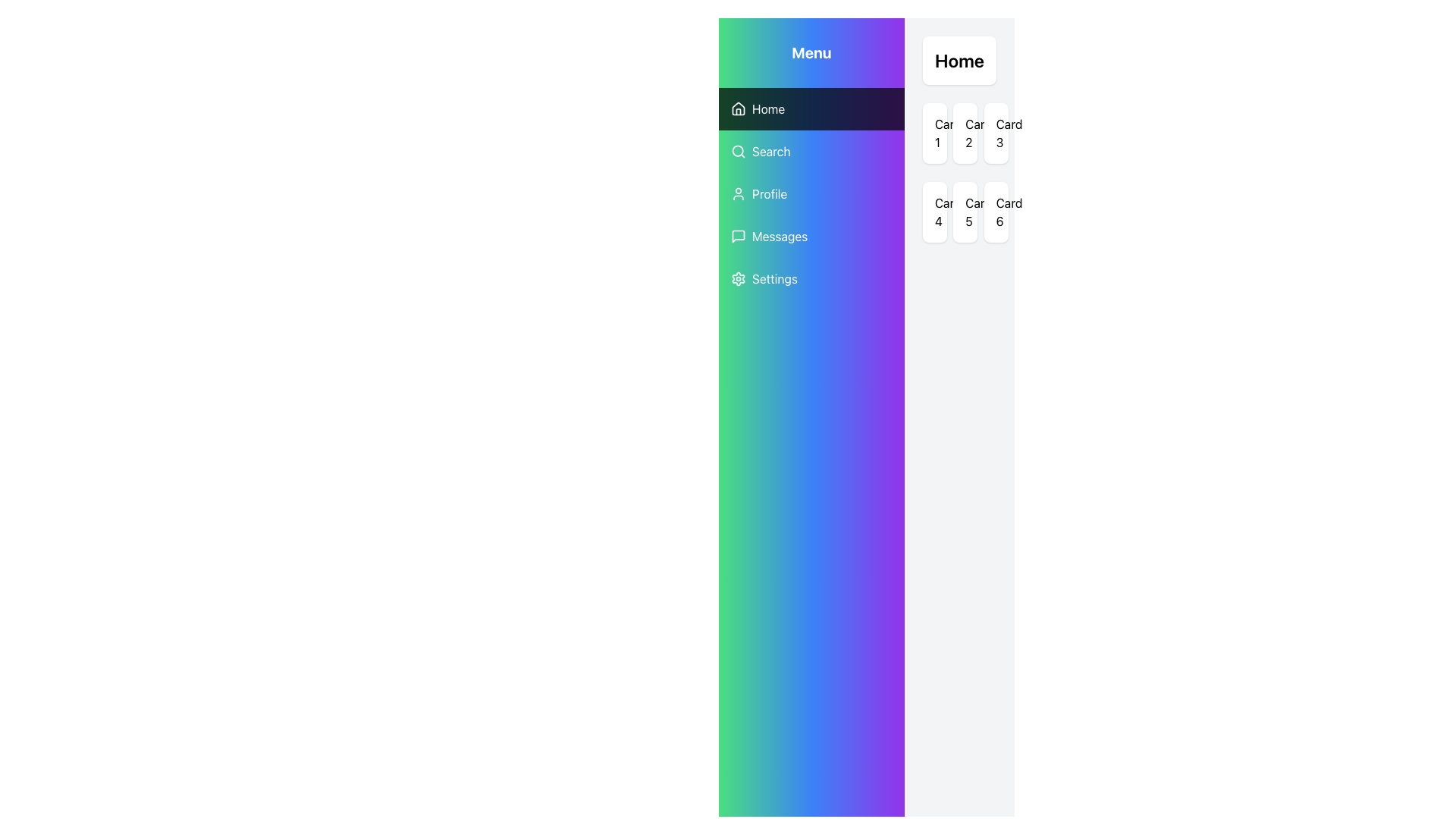  I want to click on the Home menu icon located in the sidebar menu, positioned to the left of the 'Home' text label, so click(739, 108).